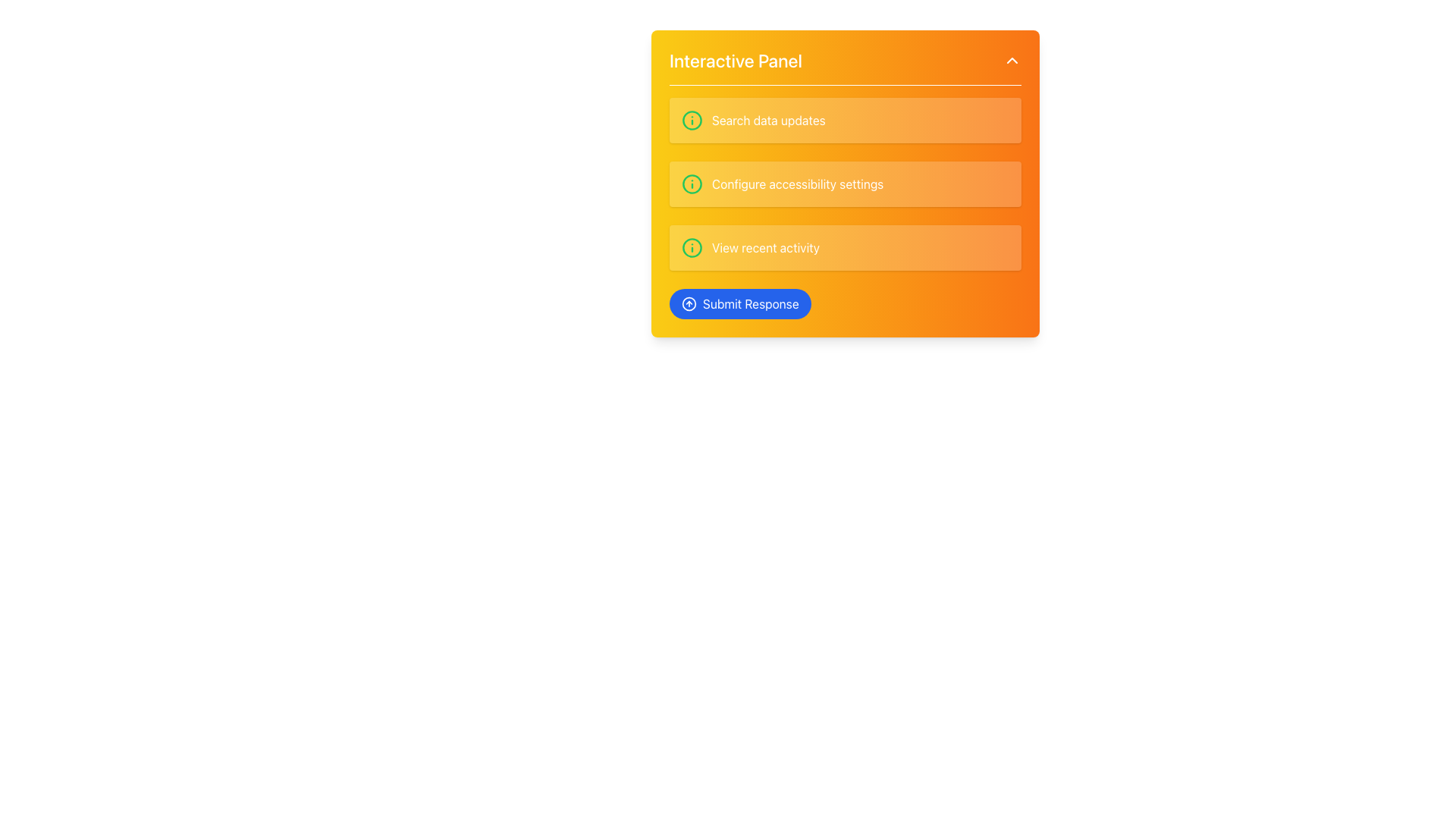 The height and width of the screenshot is (819, 1456). What do you see at coordinates (691, 119) in the screenshot?
I see `the circular icon with a green stroke, which is part of the SVG graphic for displaying information or status, located in the interactive panel next to the 'Configure accessibility settings' option` at bounding box center [691, 119].